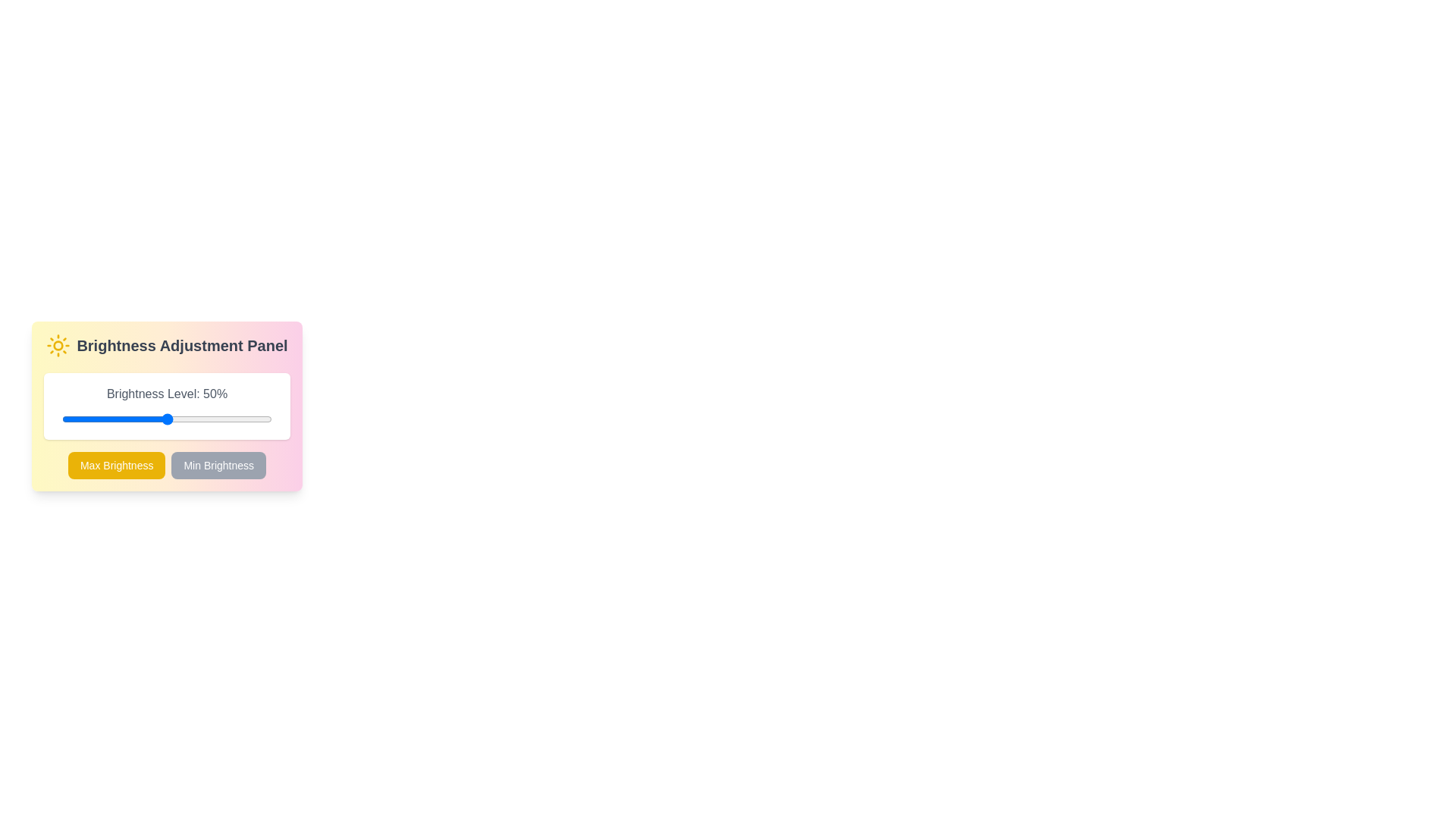 Image resolution: width=1456 pixels, height=819 pixels. Describe the element at coordinates (70, 419) in the screenshot. I see `the brightness by dragging the slider to 4%` at that location.